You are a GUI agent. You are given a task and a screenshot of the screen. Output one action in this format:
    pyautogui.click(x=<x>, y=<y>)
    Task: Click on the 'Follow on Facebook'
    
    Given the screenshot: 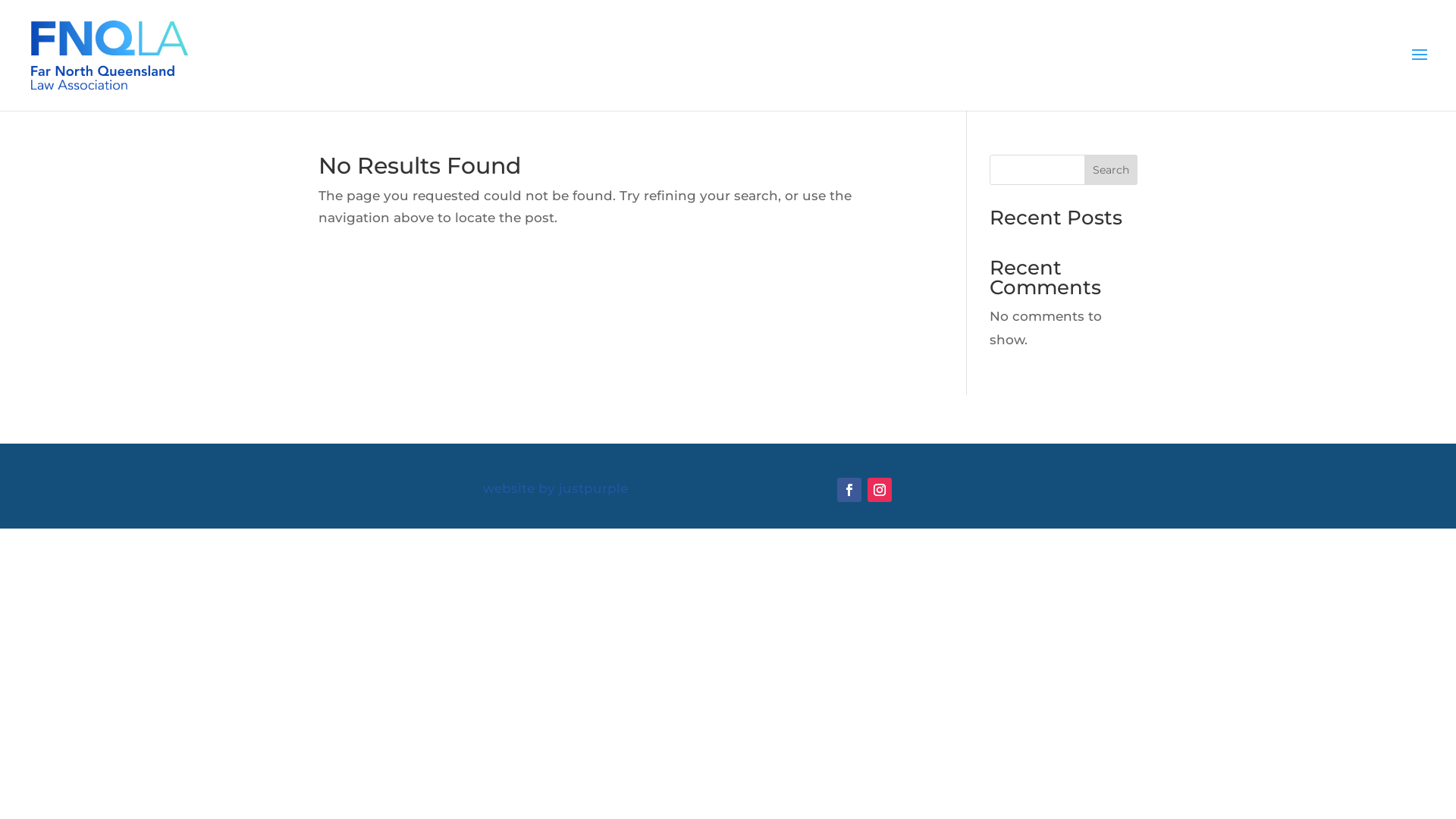 What is the action you would take?
    pyautogui.click(x=848, y=489)
    